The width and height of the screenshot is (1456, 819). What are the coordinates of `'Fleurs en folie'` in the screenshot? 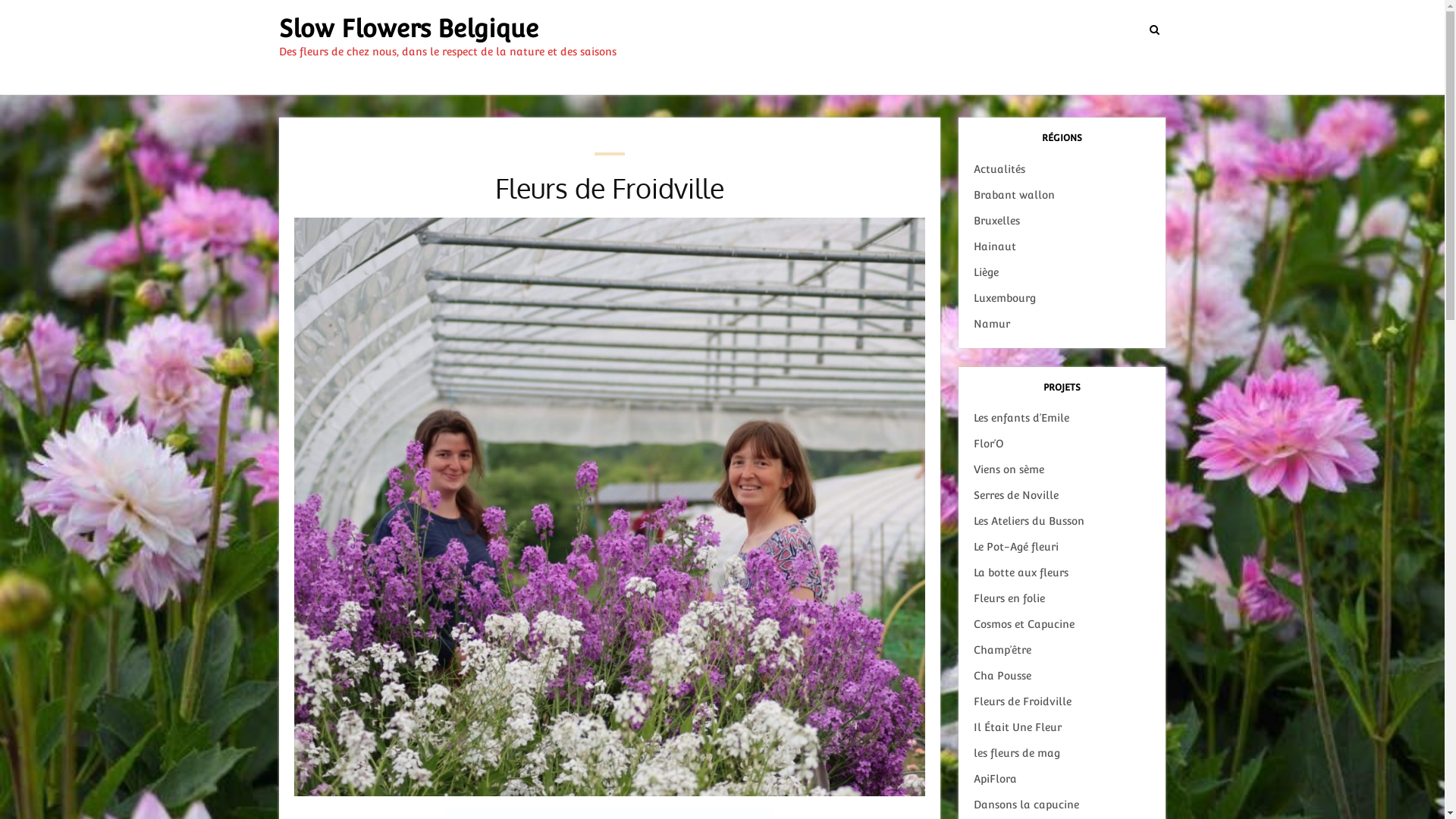 It's located at (1009, 598).